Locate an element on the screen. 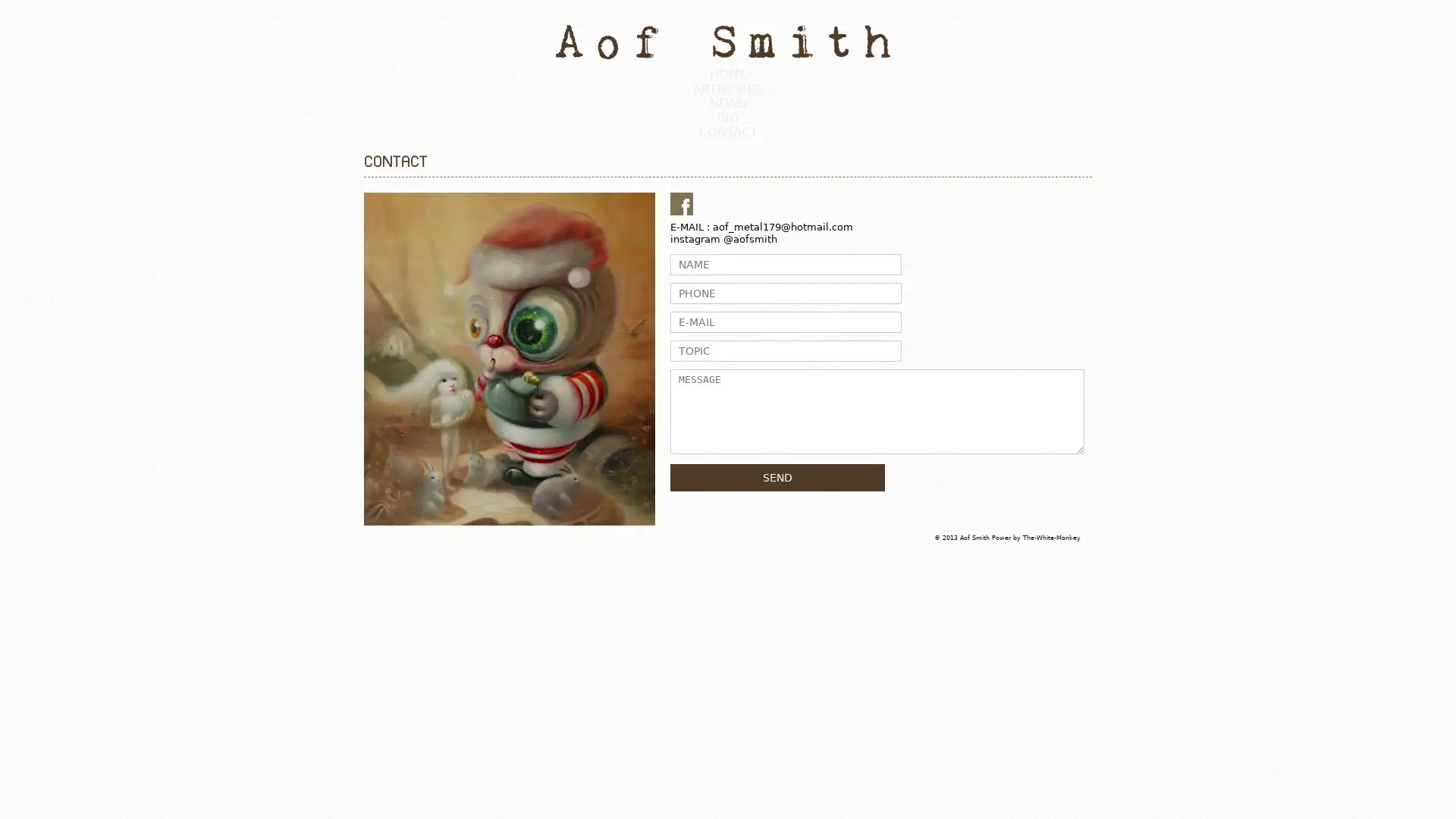 The width and height of the screenshot is (1456, 819). SEND is located at coordinates (777, 475).